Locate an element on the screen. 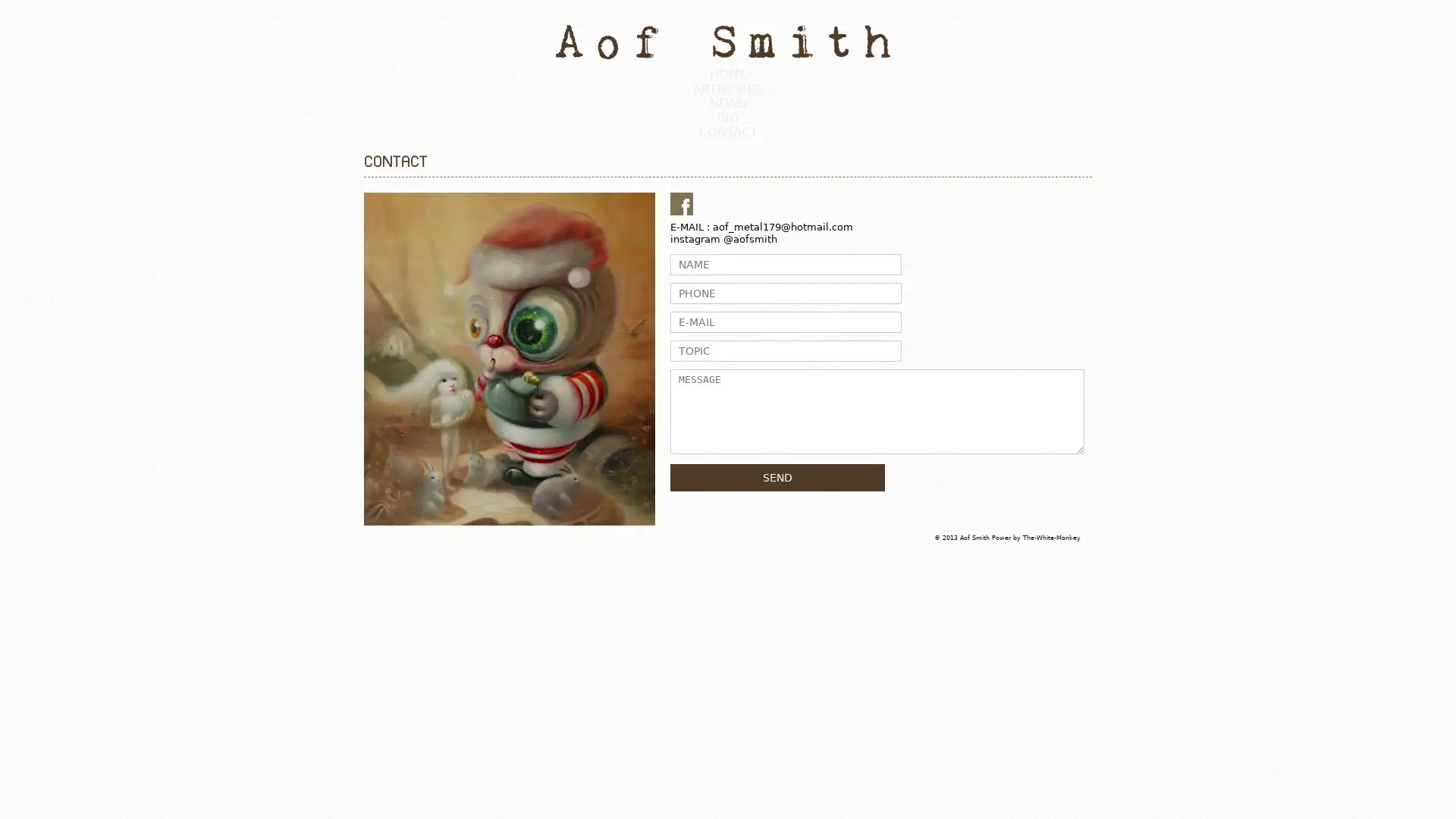 The width and height of the screenshot is (1456, 819). SEND is located at coordinates (777, 475).